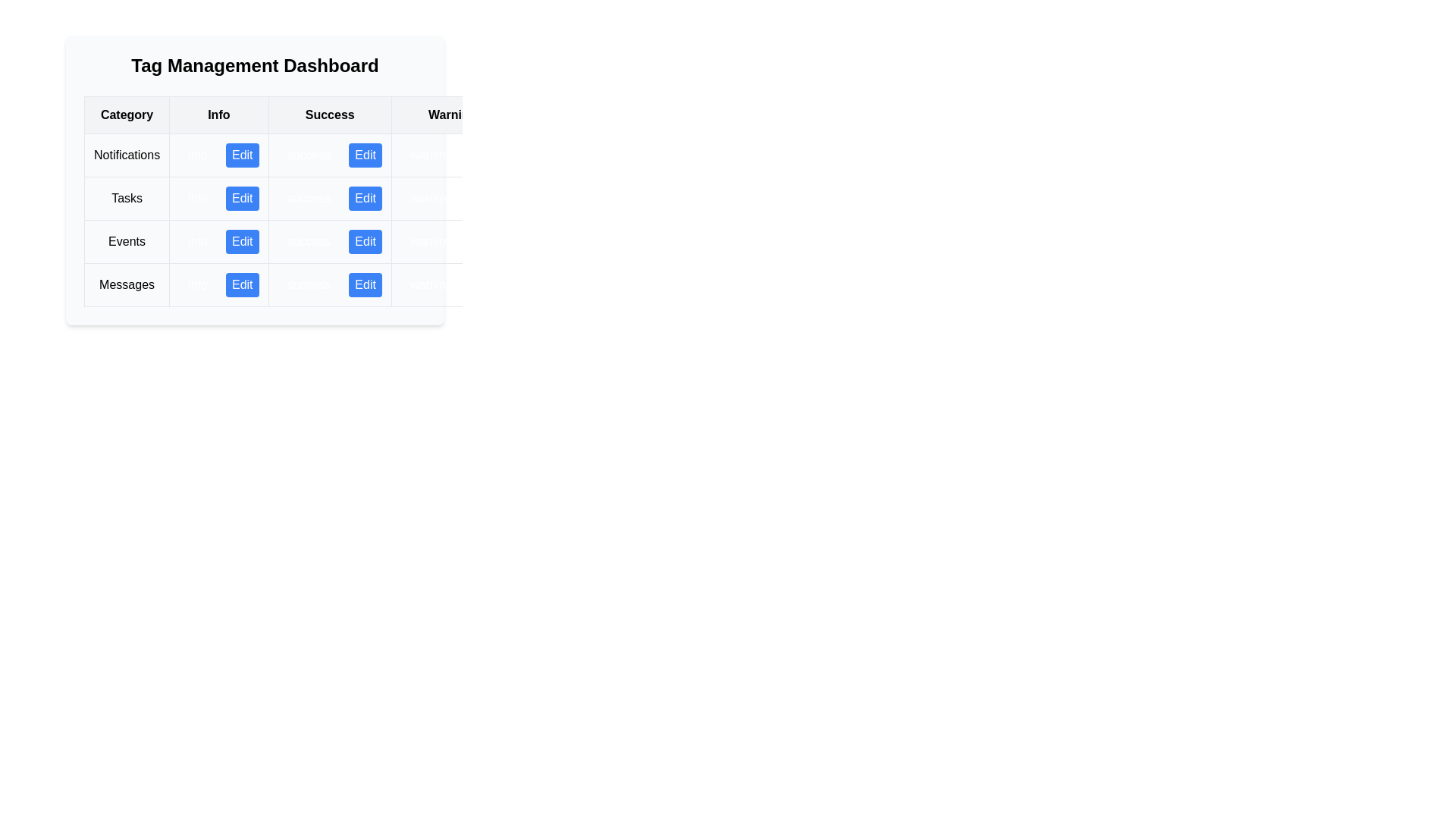 The height and width of the screenshot is (819, 1456). Describe the element at coordinates (218, 241) in the screenshot. I see `the 'Edit' button with a blue background and white text located in the 'Info' column of the 'Events' row` at that location.